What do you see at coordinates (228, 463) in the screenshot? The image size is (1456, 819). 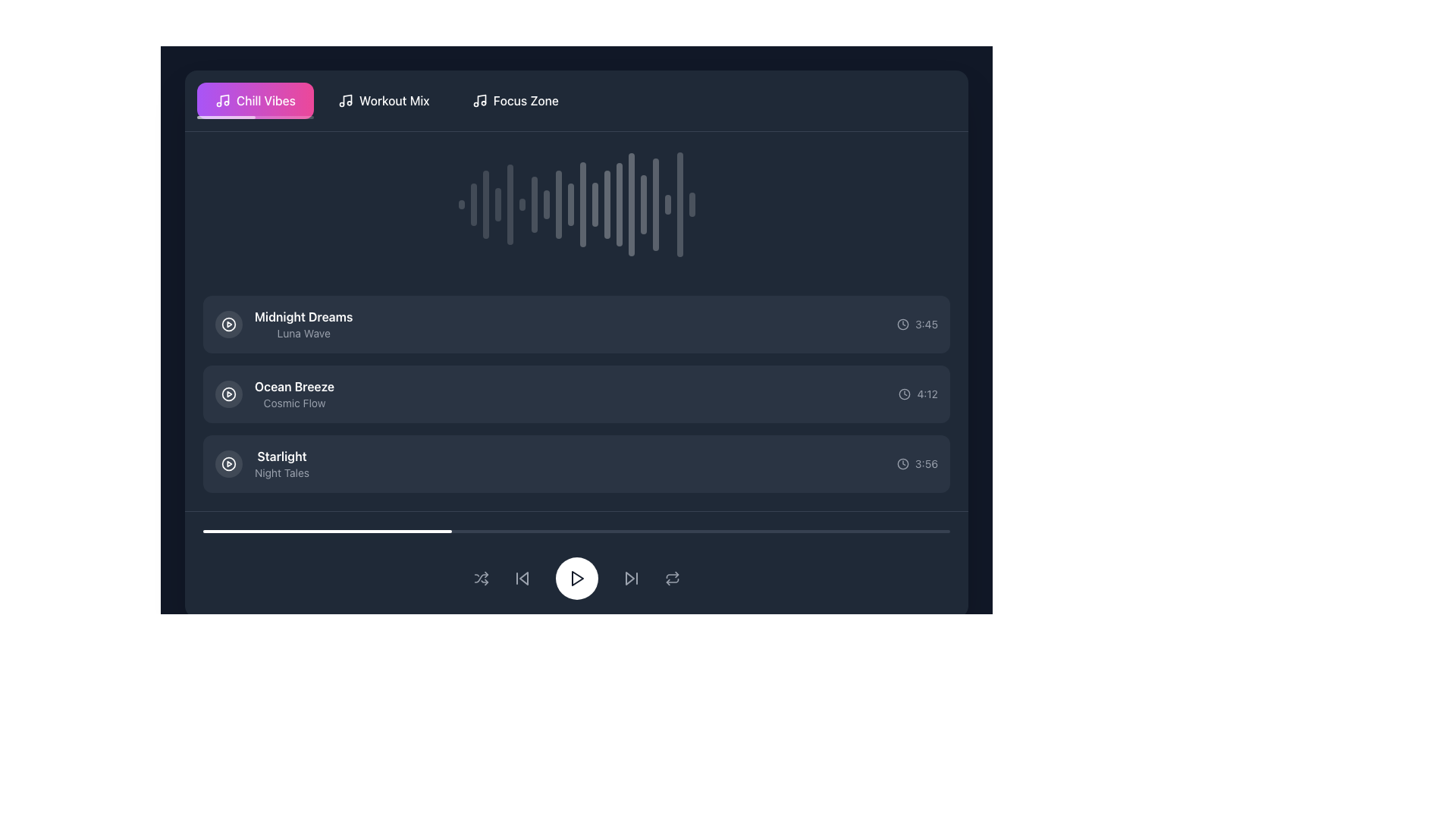 I see `the central circular part of the play button icon for the 'Starlight' music playlist item` at bounding box center [228, 463].